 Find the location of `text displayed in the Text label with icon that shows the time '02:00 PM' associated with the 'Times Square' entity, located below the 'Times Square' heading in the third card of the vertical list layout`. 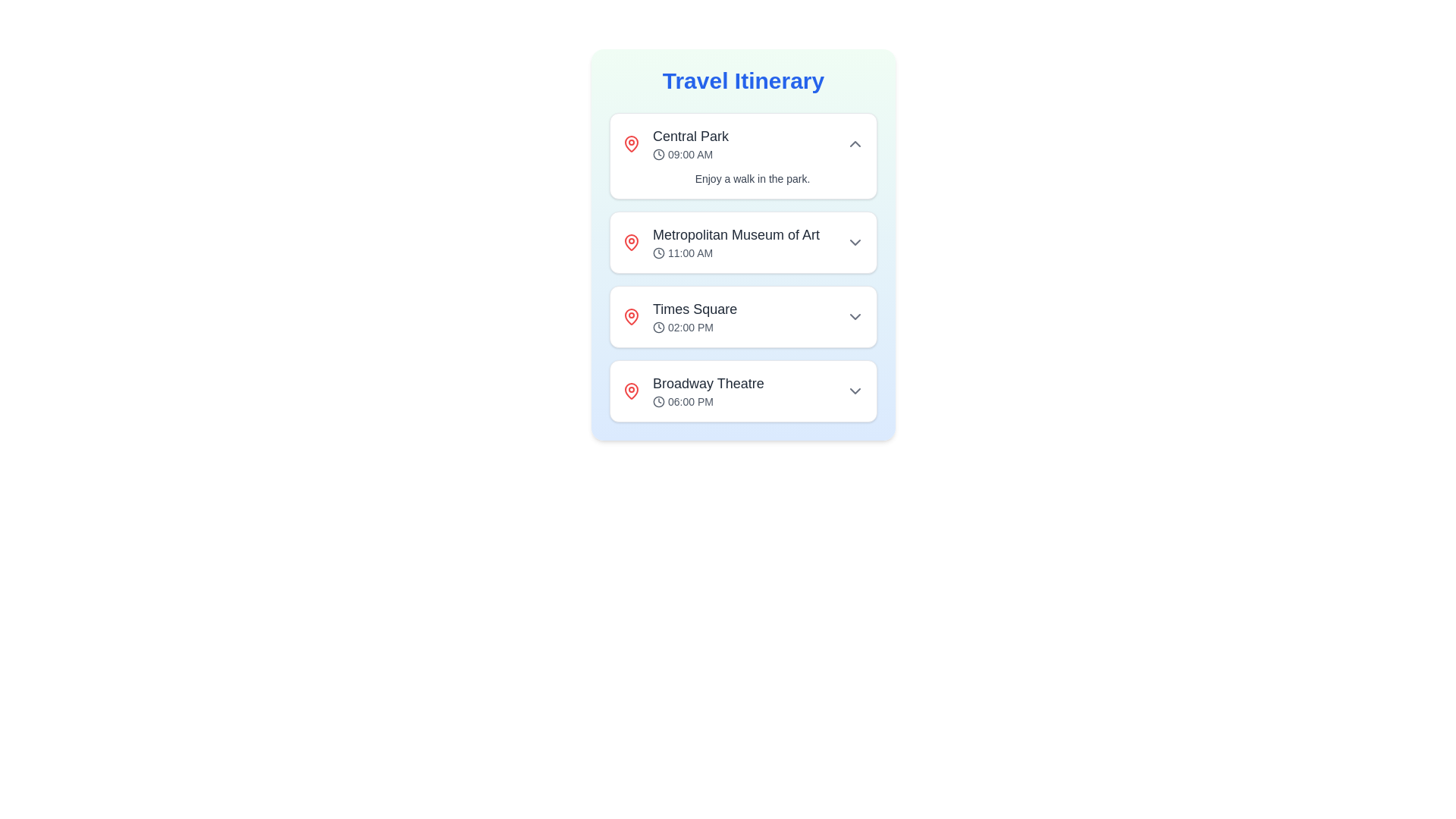

text displayed in the Text label with icon that shows the time '02:00 PM' associated with the 'Times Square' entity, located below the 'Times Square' heading in the third card of the vertical list layout is located at coordinates (694, 327).